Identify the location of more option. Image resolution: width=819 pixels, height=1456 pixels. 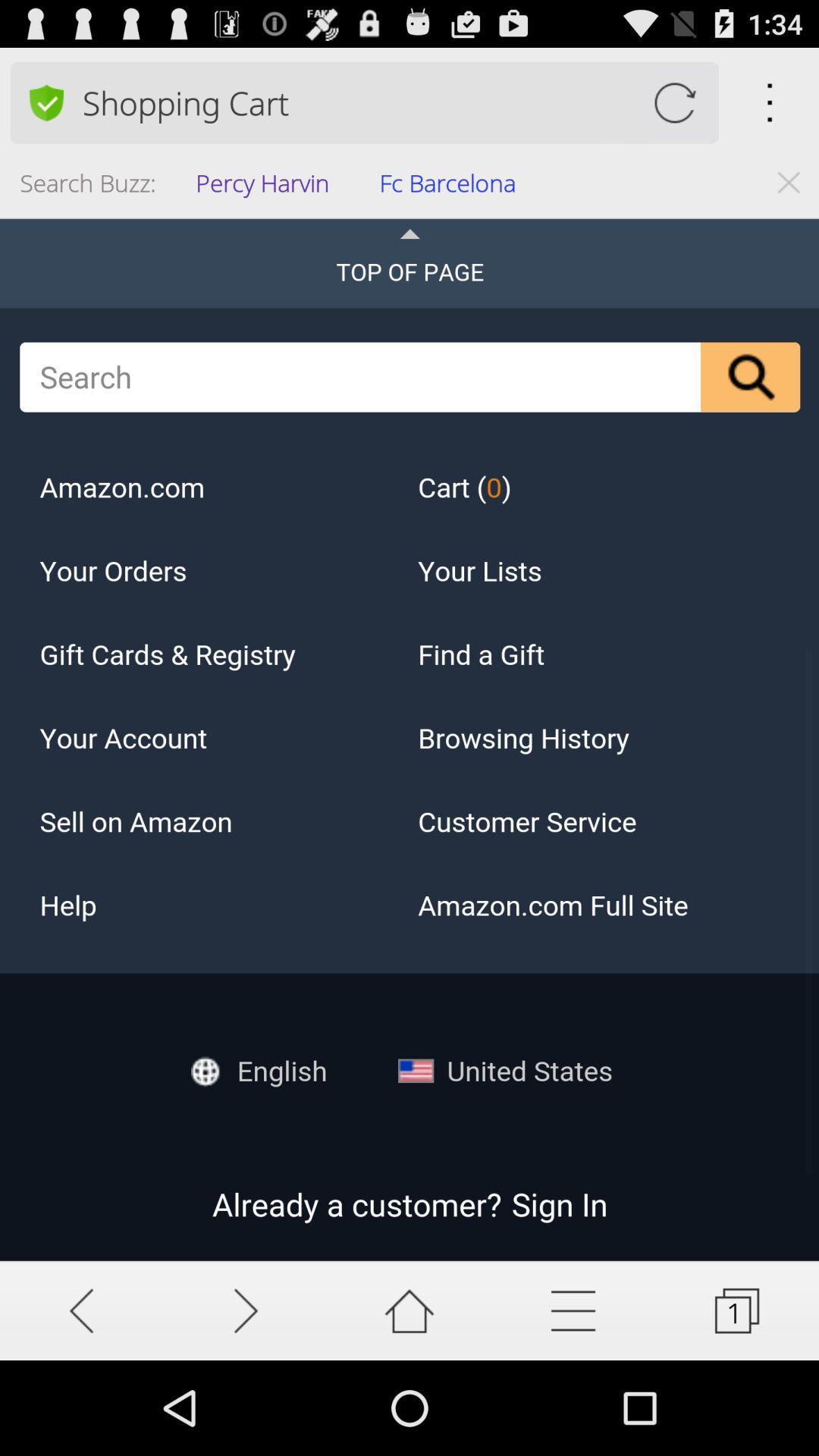
(573, 1310).